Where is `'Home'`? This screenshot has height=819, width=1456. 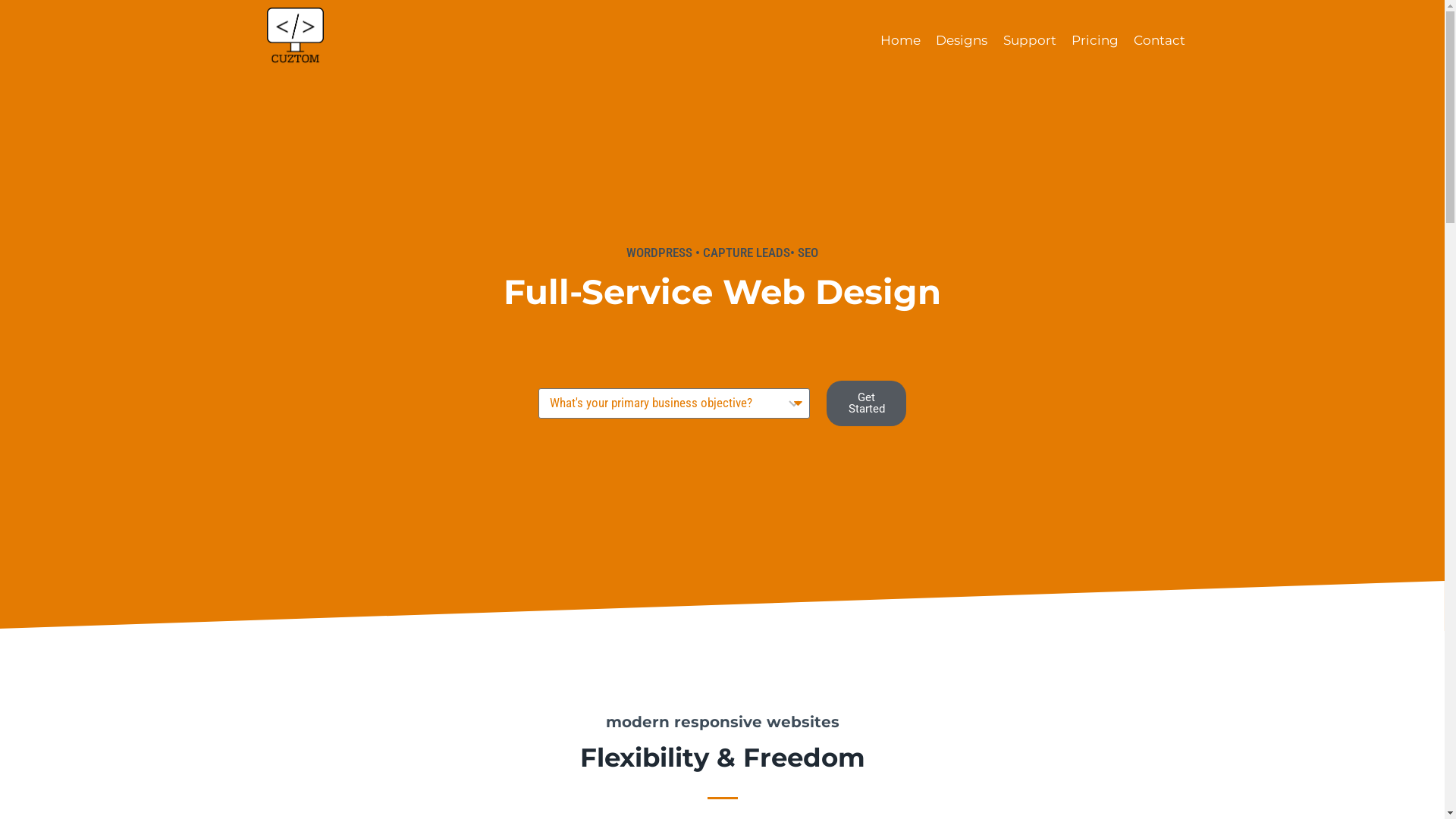
'Home' is located at coordinates (900, 40).